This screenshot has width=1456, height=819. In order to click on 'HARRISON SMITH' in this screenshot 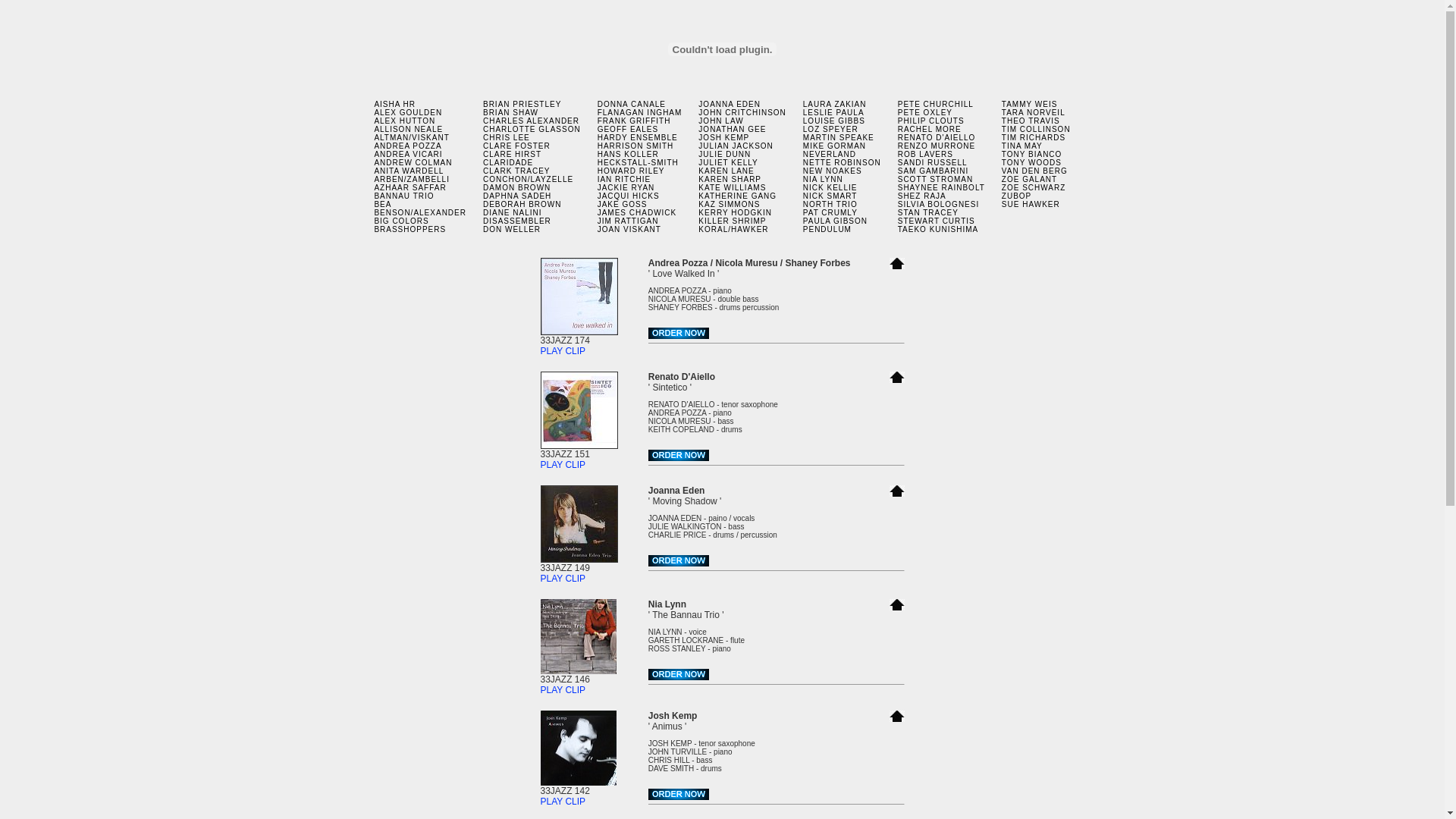, I will do `click(635, 146)`.